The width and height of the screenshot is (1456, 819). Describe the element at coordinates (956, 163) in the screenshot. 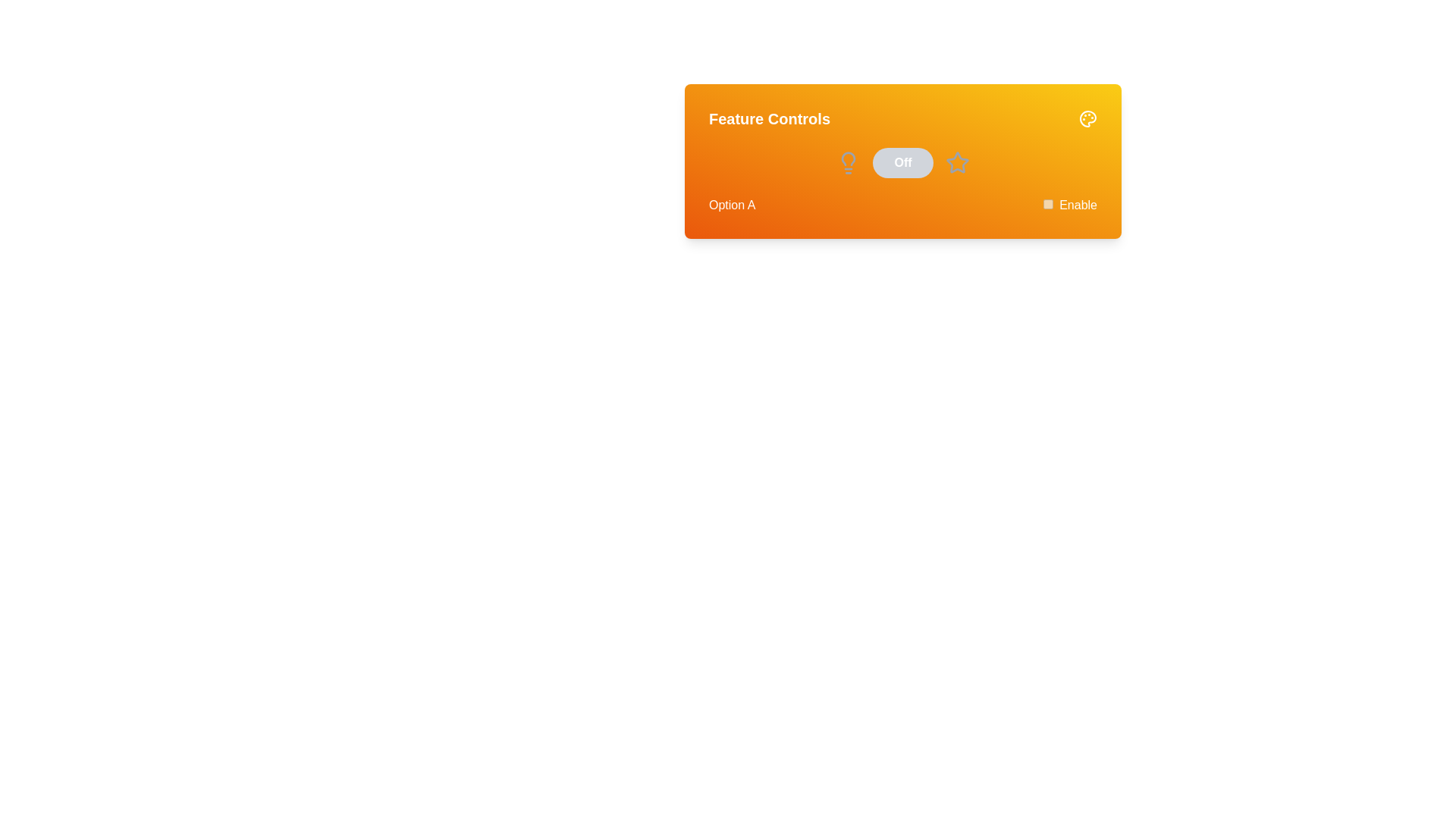

I see `the star-shaped icon located within the orange background block labeled 'Feature Controls', positioned between the 'Off' toggle button and other elements` at that location.